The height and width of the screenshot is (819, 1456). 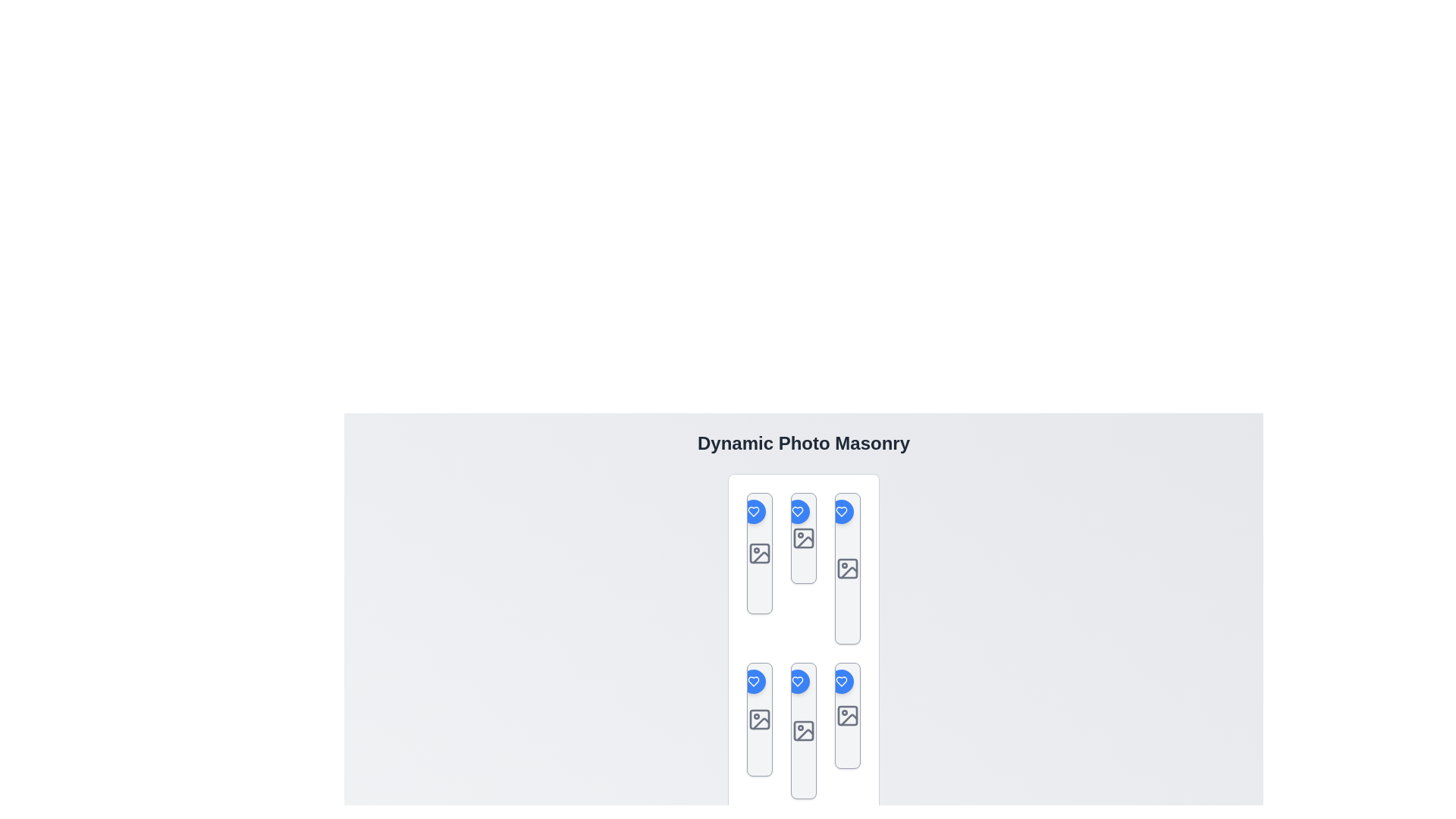 What do you see at coordinates (753, 512) in the screenshot?
I see `the rounded blue button with a white heart-shaped icon and white text located in the top-right corner of the masonry grid layout` at bounding box center [753, 512].